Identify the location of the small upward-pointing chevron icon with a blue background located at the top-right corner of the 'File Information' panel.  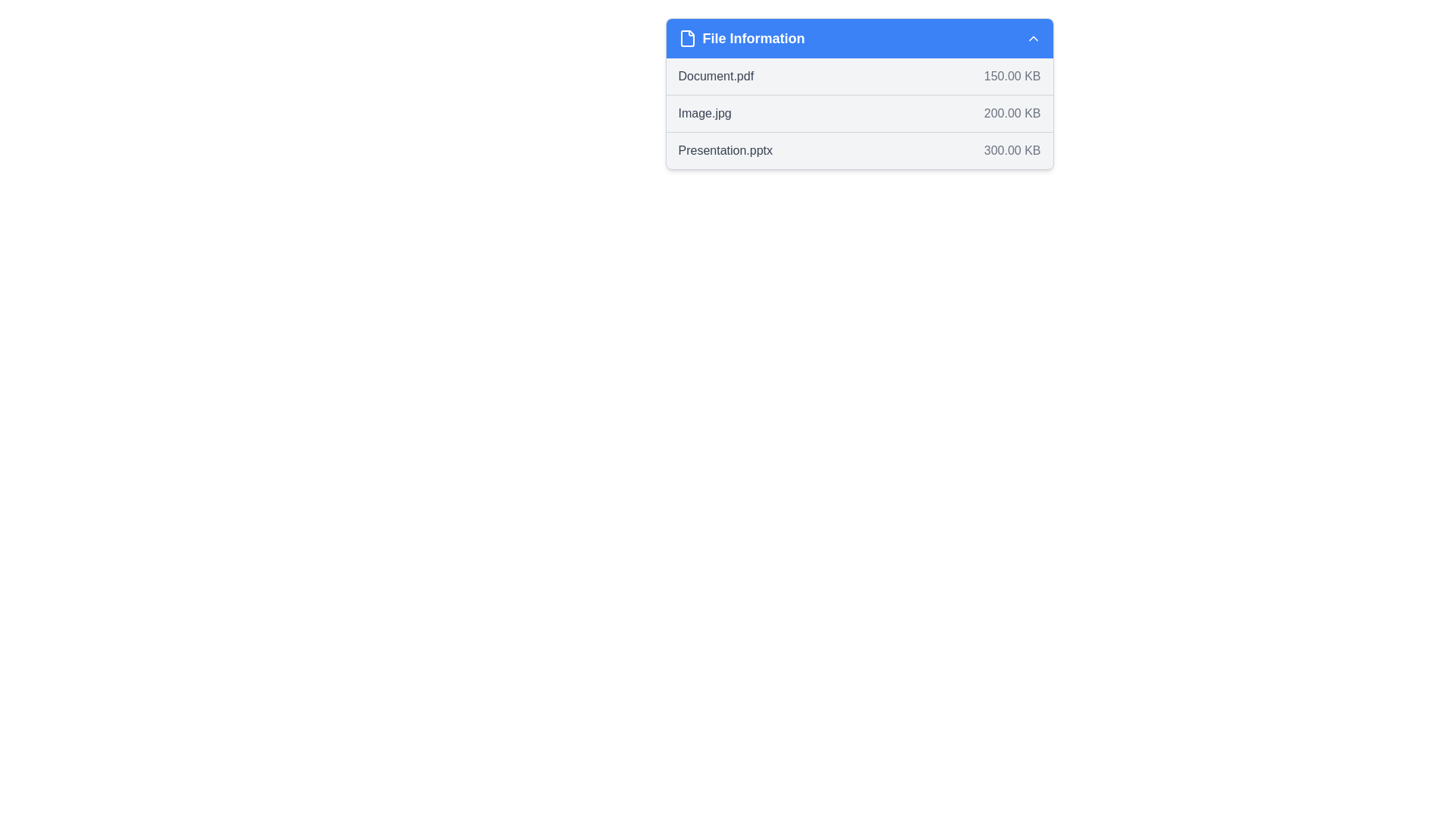
(1032, 37).